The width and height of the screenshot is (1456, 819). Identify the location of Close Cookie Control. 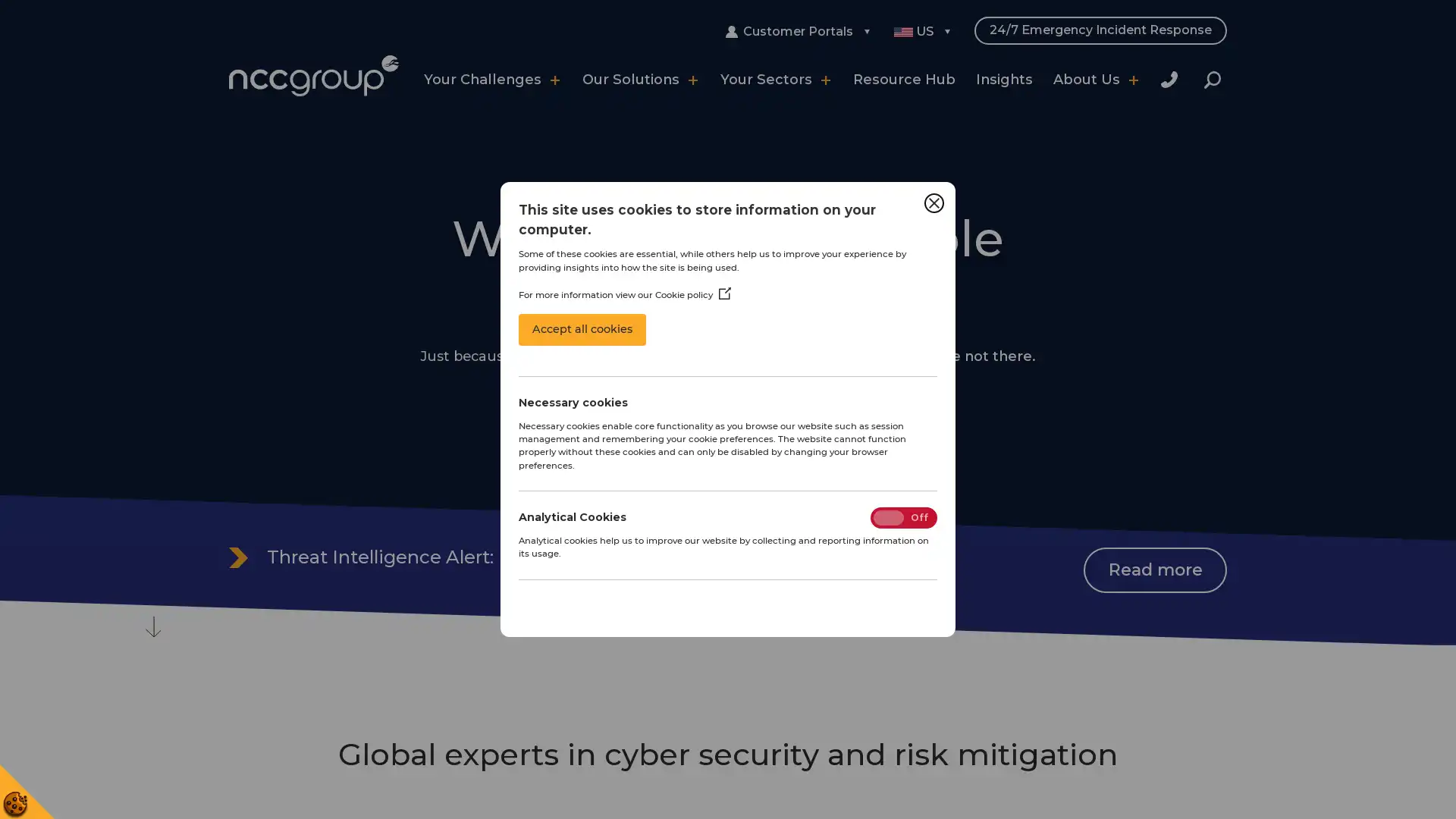
(934, 202).